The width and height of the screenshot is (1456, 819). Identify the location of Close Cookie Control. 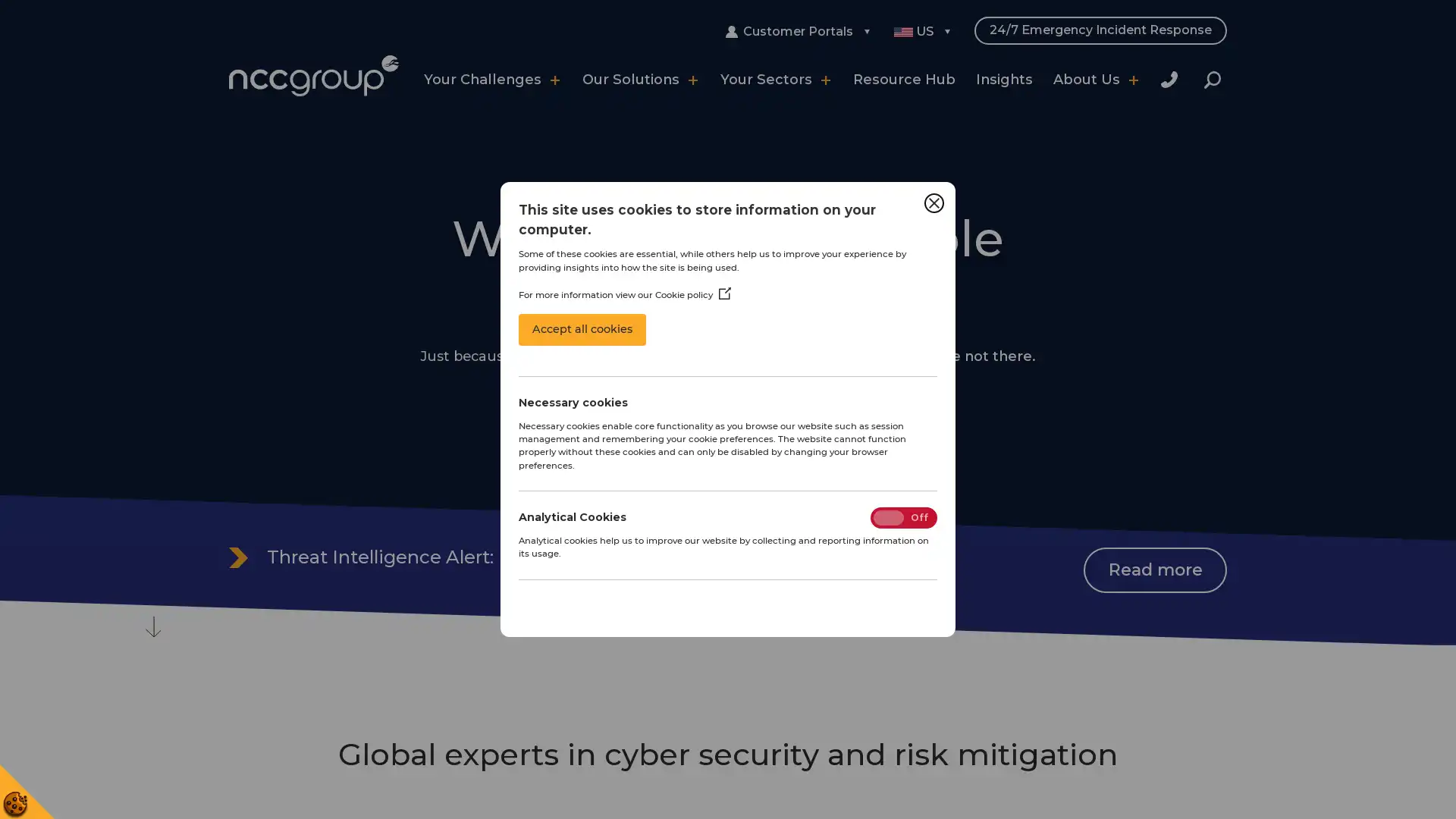
(934, 202).